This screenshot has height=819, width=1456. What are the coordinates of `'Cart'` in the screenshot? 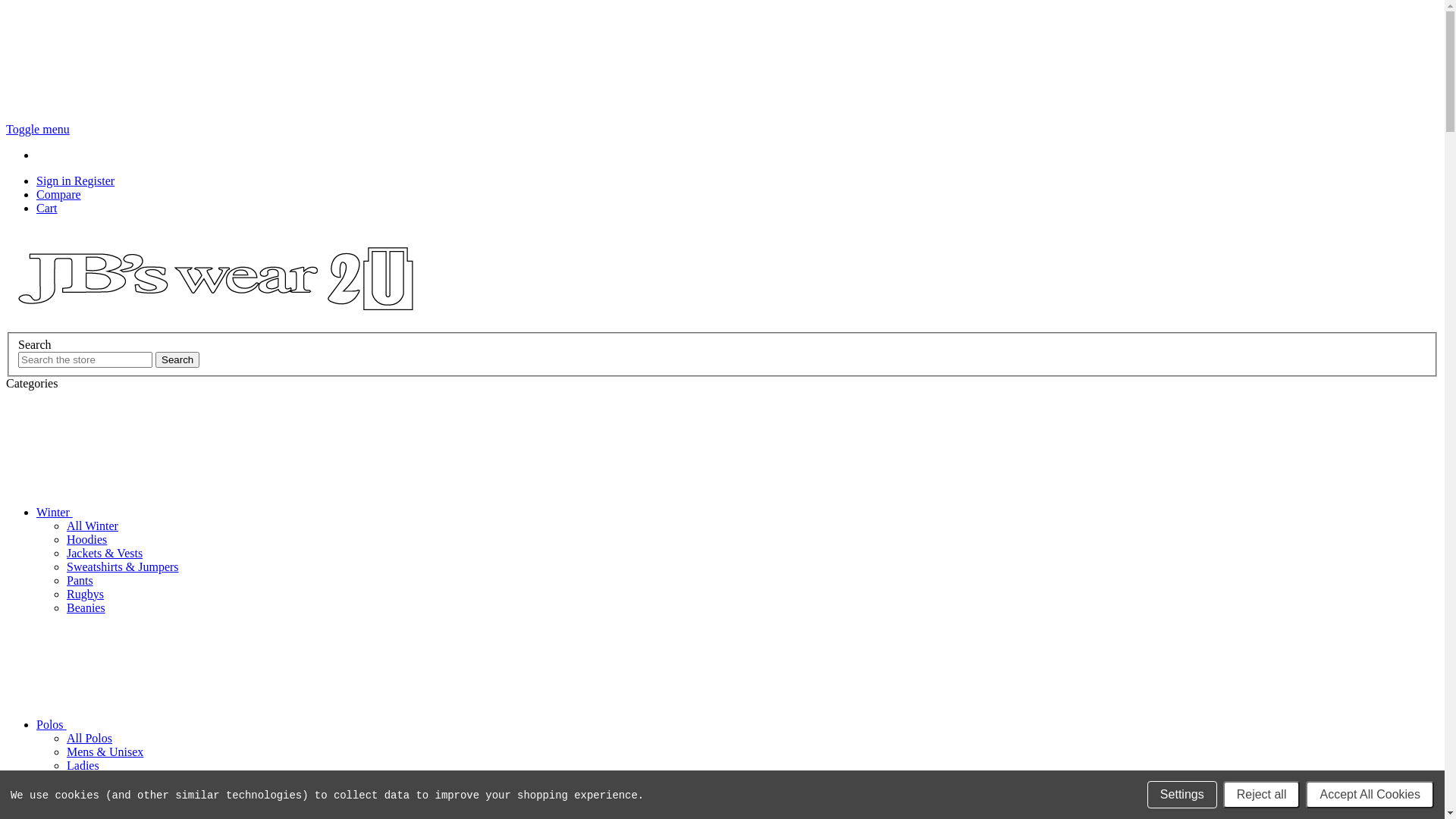 It's located at (47, 208).